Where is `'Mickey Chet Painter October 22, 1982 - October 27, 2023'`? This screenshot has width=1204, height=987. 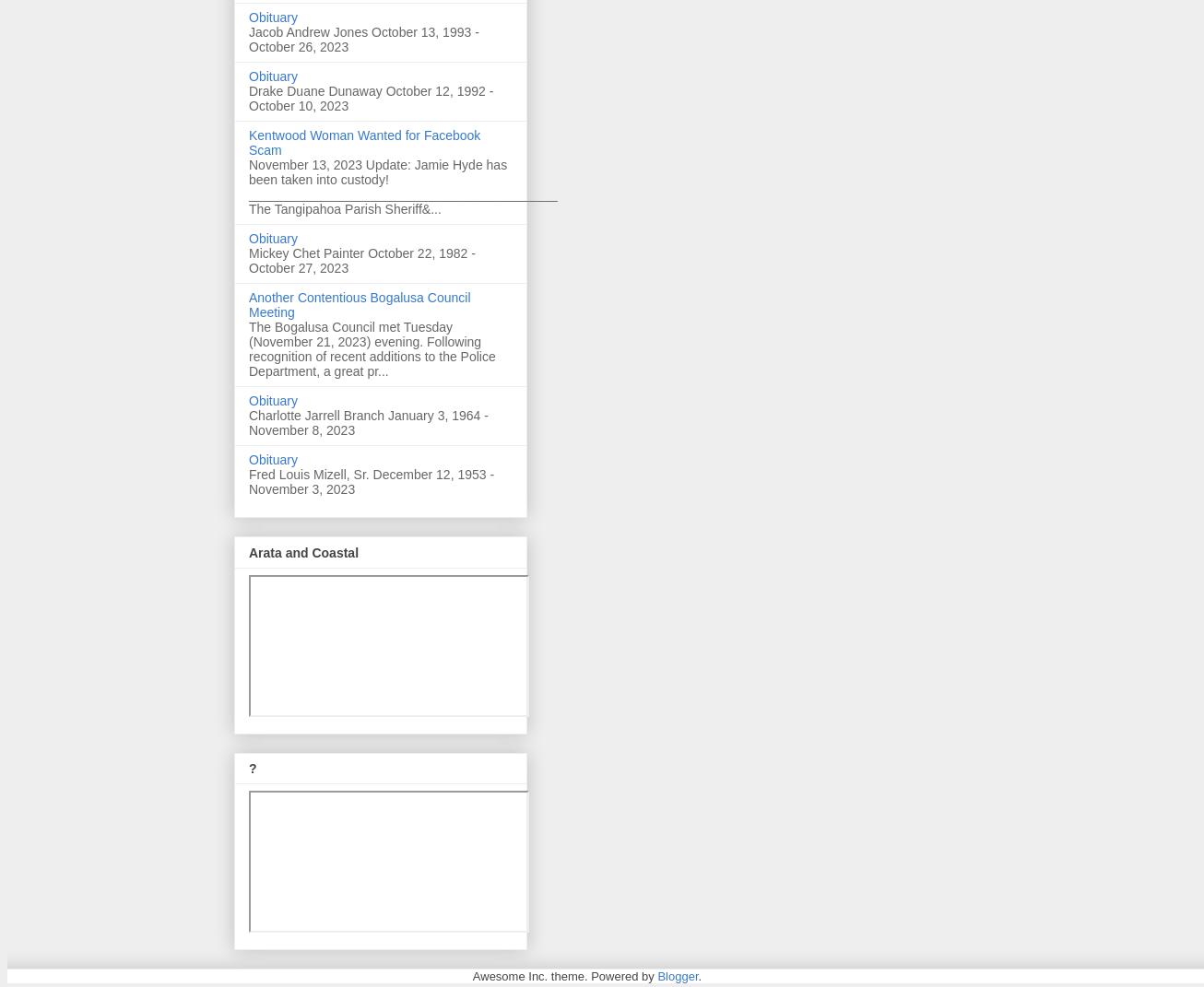
'Mickey Chet Painter October 22, 1982 - October 27, 2023' is located at coordinates (361, 260).